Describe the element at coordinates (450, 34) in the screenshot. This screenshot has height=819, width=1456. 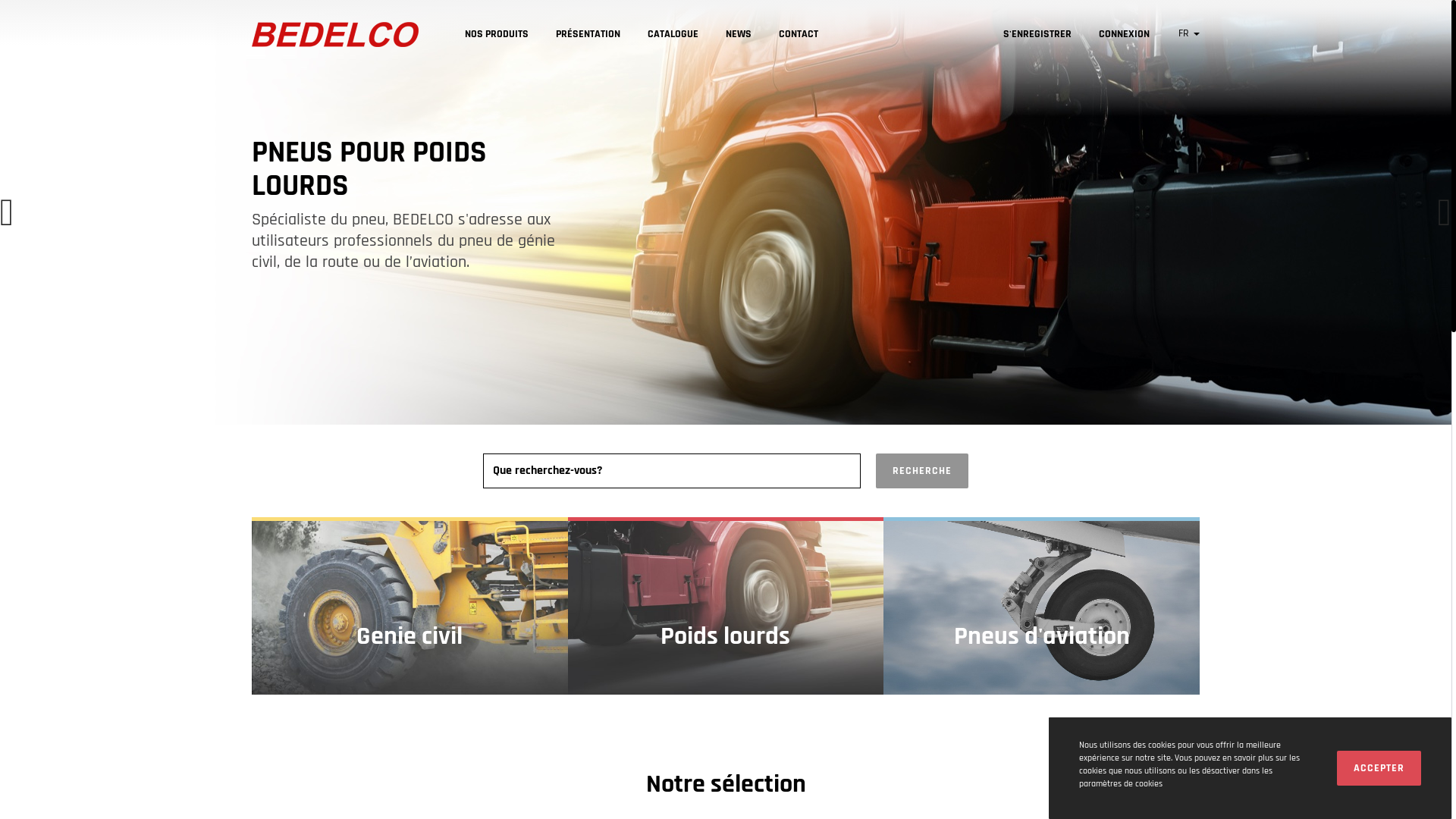
I see `'NOS PRODUITS'` at that location.